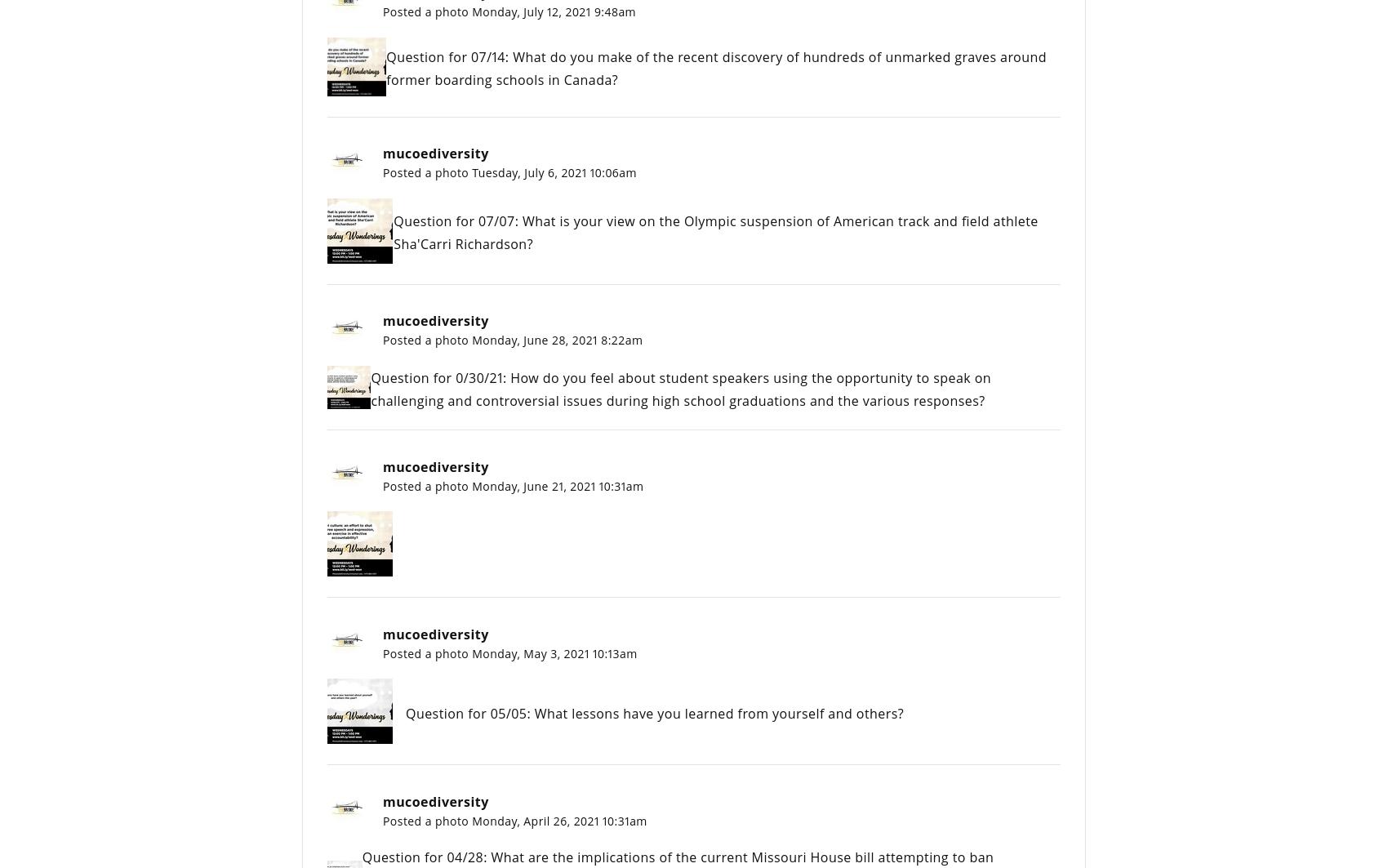  Describe the element at coordinates (654, 712) in the screenshot. I see `'Question for 05/05: What lessons have you learned from yourself and others?'` at that location.